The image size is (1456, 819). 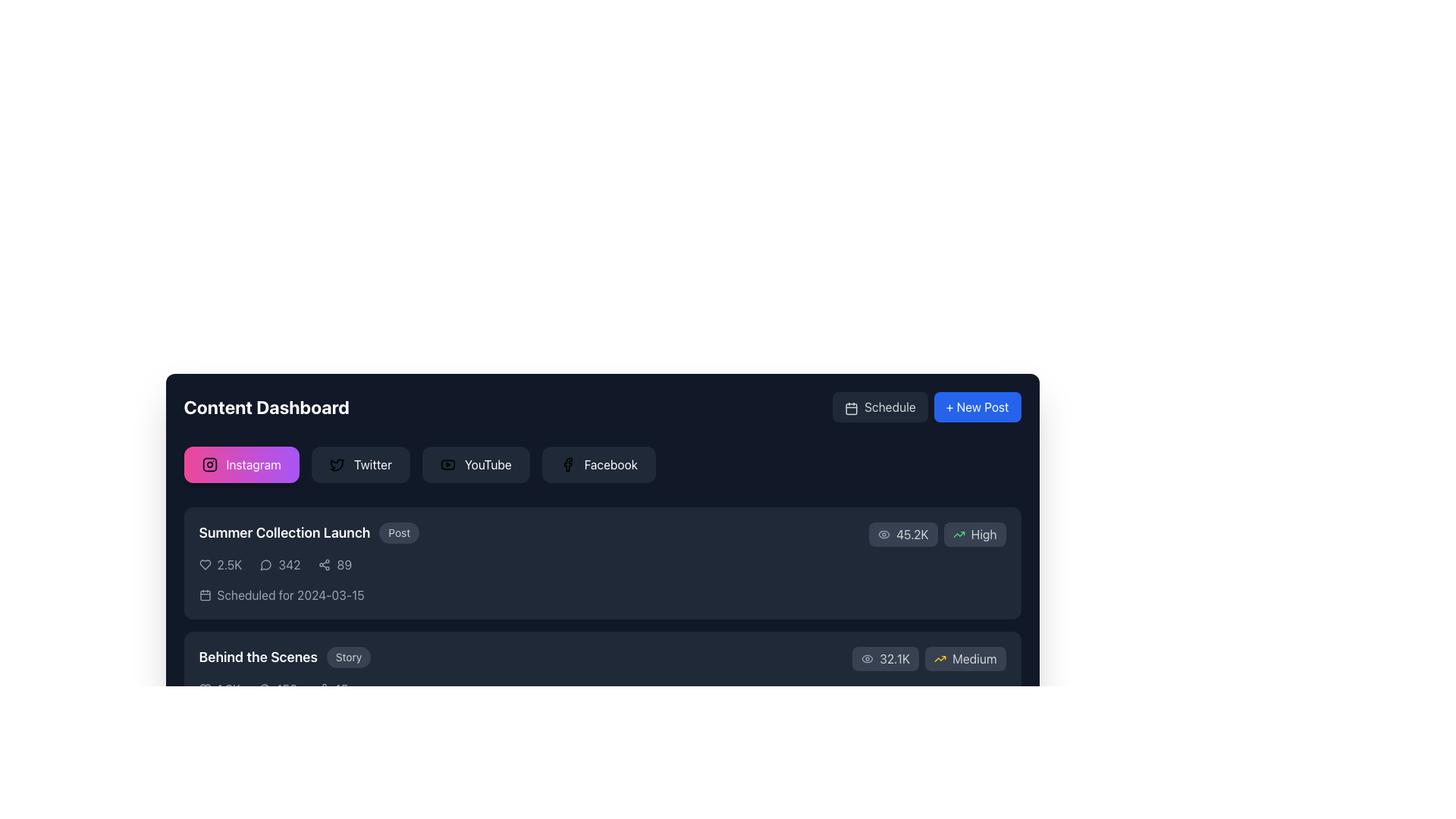 What do you see at coordinates (336, 464) in the screenshot?
I see `the Twitter icon, which is a bird silhouette outlined in white against a dark background, located in the top section of the interface` at bounding box center [336, 464].